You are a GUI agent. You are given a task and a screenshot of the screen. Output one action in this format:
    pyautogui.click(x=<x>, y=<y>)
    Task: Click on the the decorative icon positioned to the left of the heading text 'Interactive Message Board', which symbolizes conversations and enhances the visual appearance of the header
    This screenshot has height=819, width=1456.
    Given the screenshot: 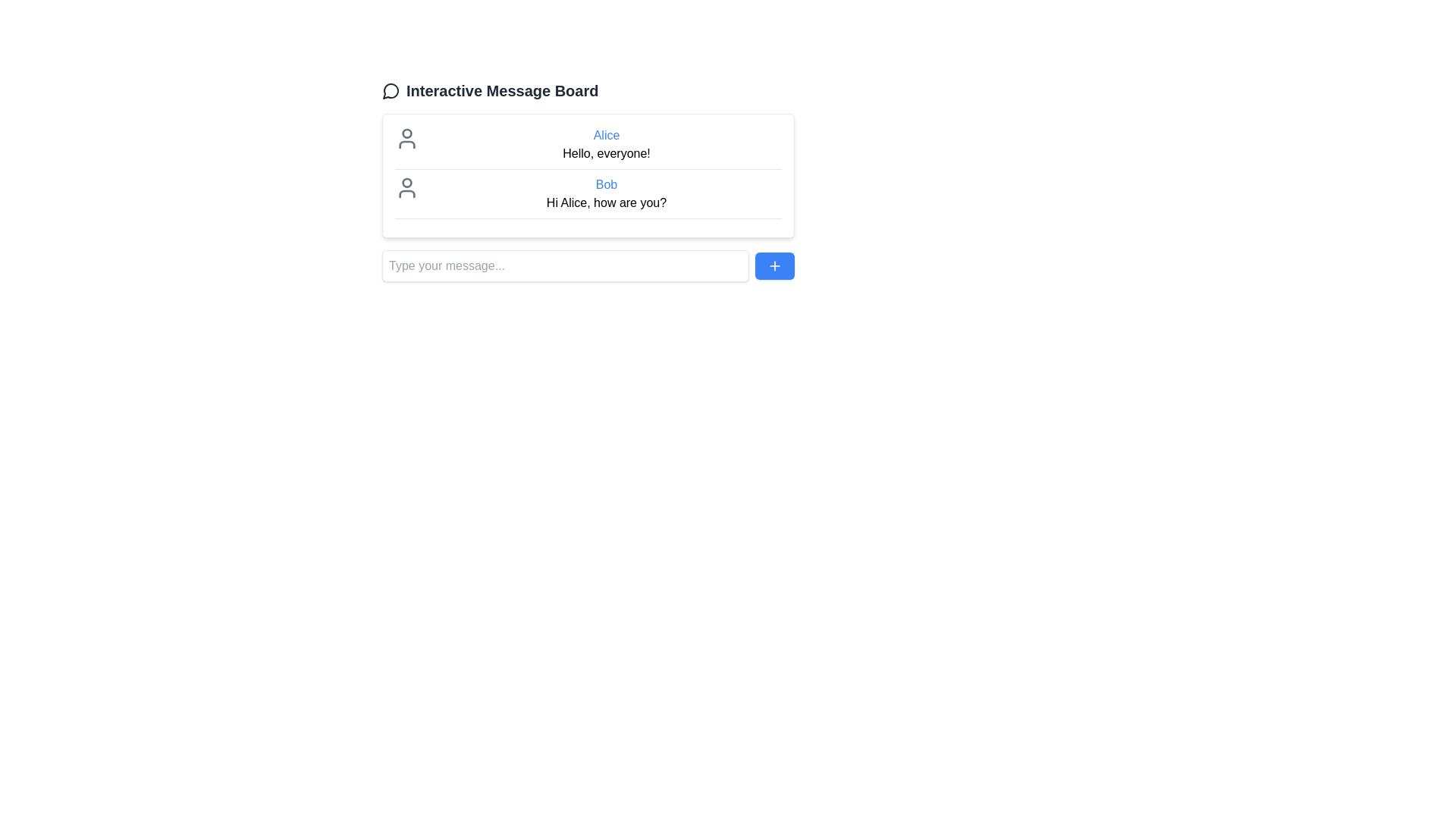 What is the action you would take?
    pyautogui.click(x=391, y=90)
    